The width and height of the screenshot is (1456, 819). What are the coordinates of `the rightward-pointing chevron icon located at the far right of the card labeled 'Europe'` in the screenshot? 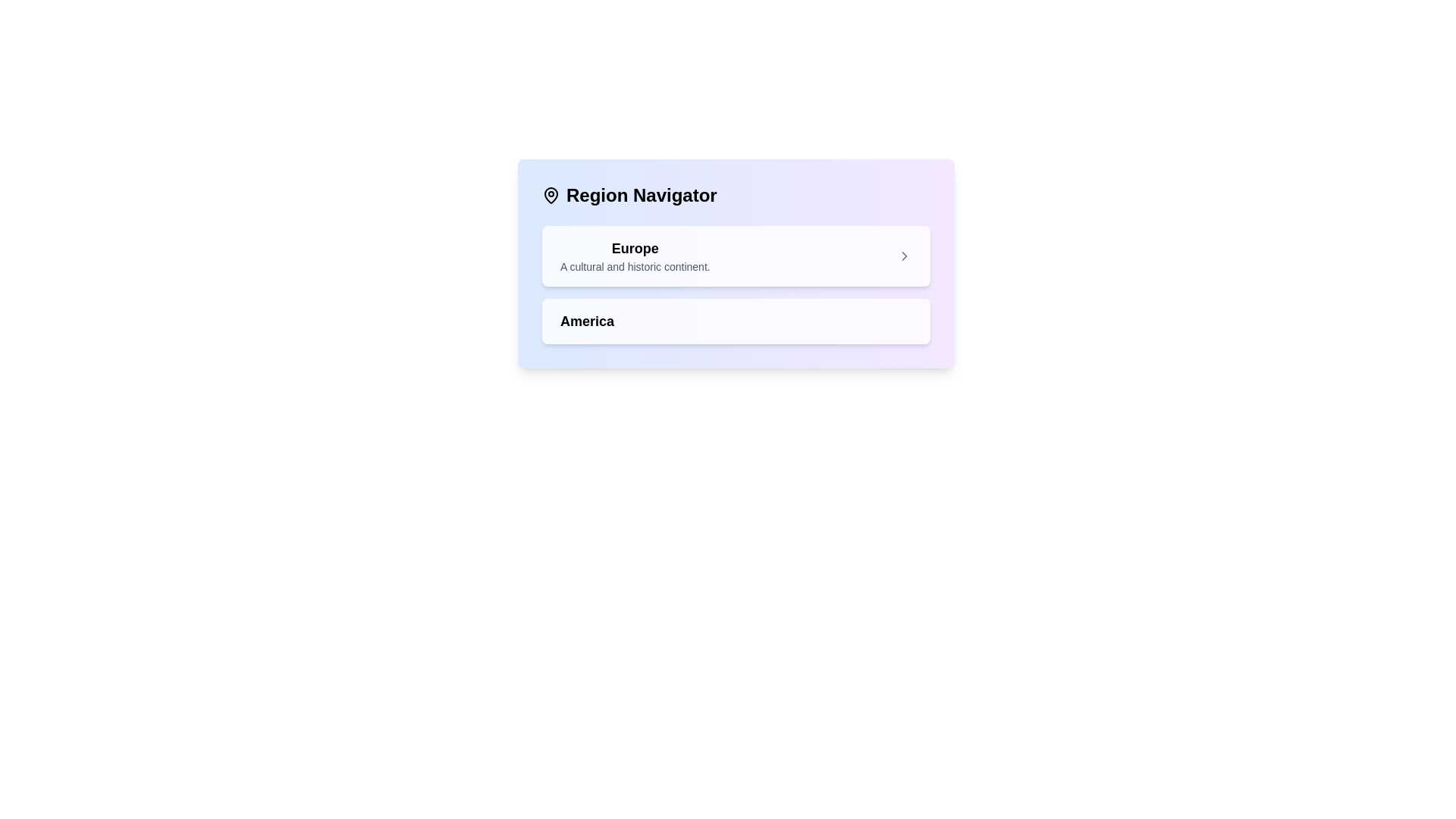 It's located at (905, 256).